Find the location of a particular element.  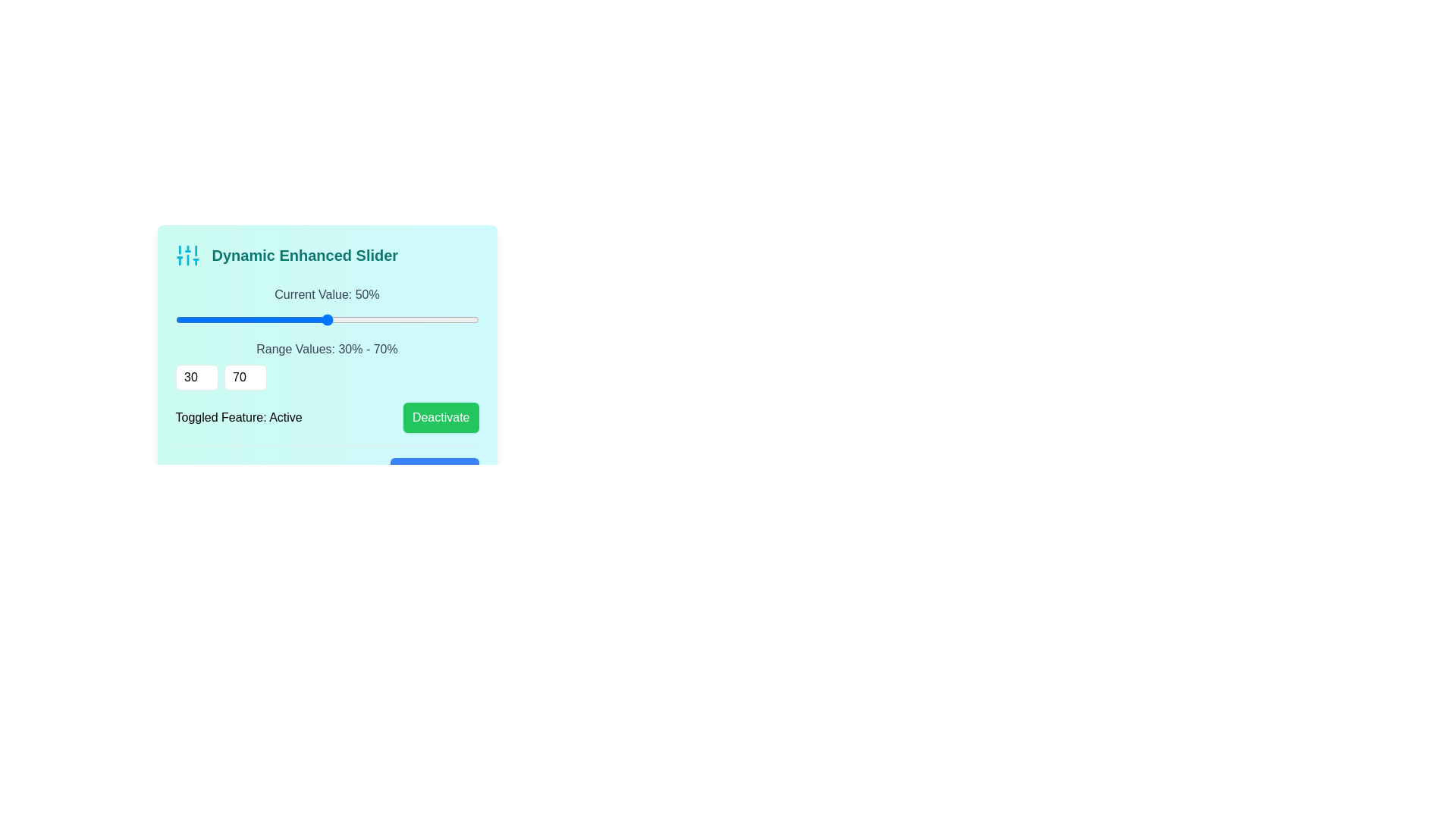

the 'Confirm' button with a blue background and a checkmark icon, located at the bottom right of the interface to confirm an action is located at coordinates (434, 472).